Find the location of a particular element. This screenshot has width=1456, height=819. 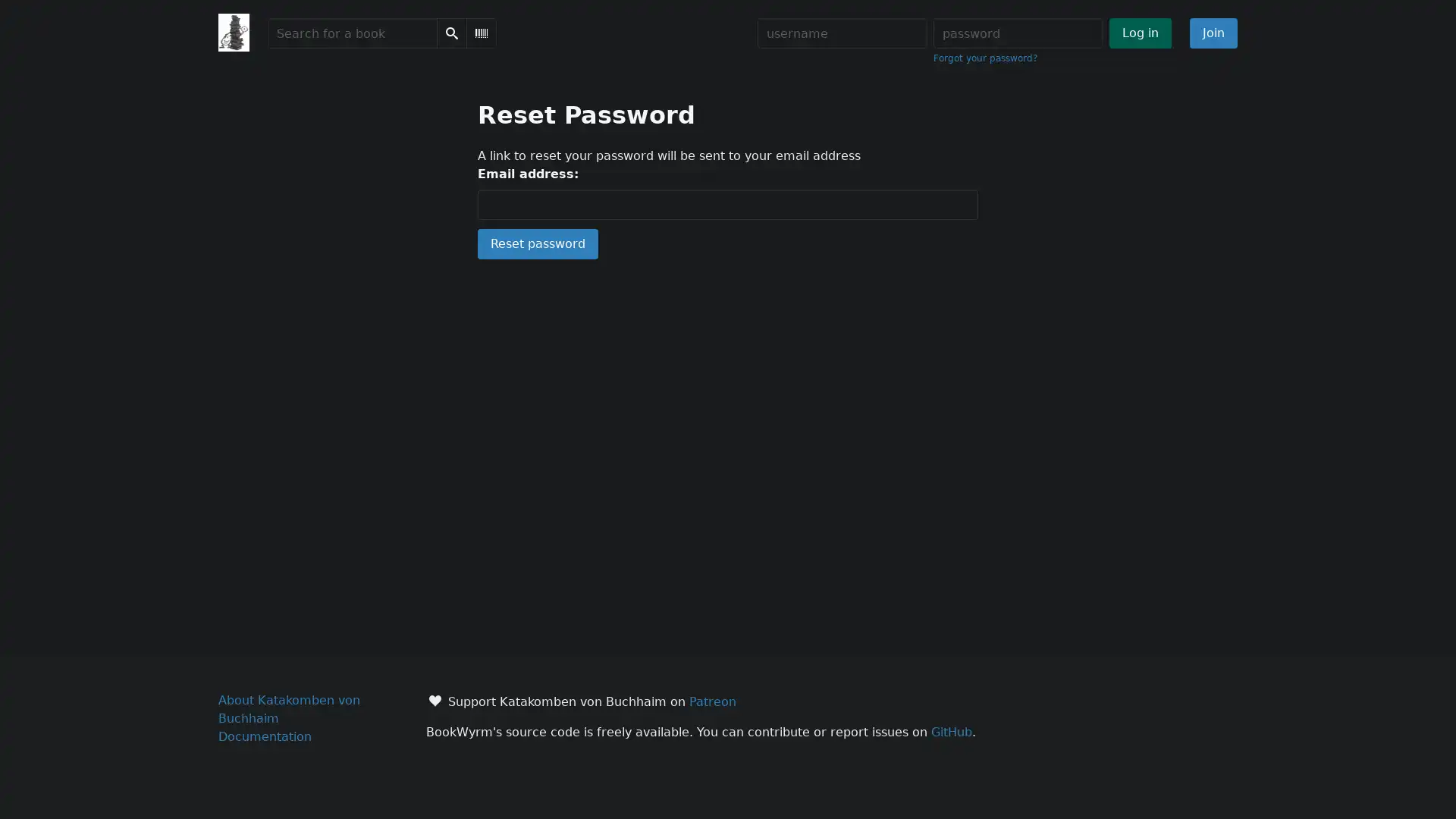

Scan Barcode is located at coordinates (479, 33).